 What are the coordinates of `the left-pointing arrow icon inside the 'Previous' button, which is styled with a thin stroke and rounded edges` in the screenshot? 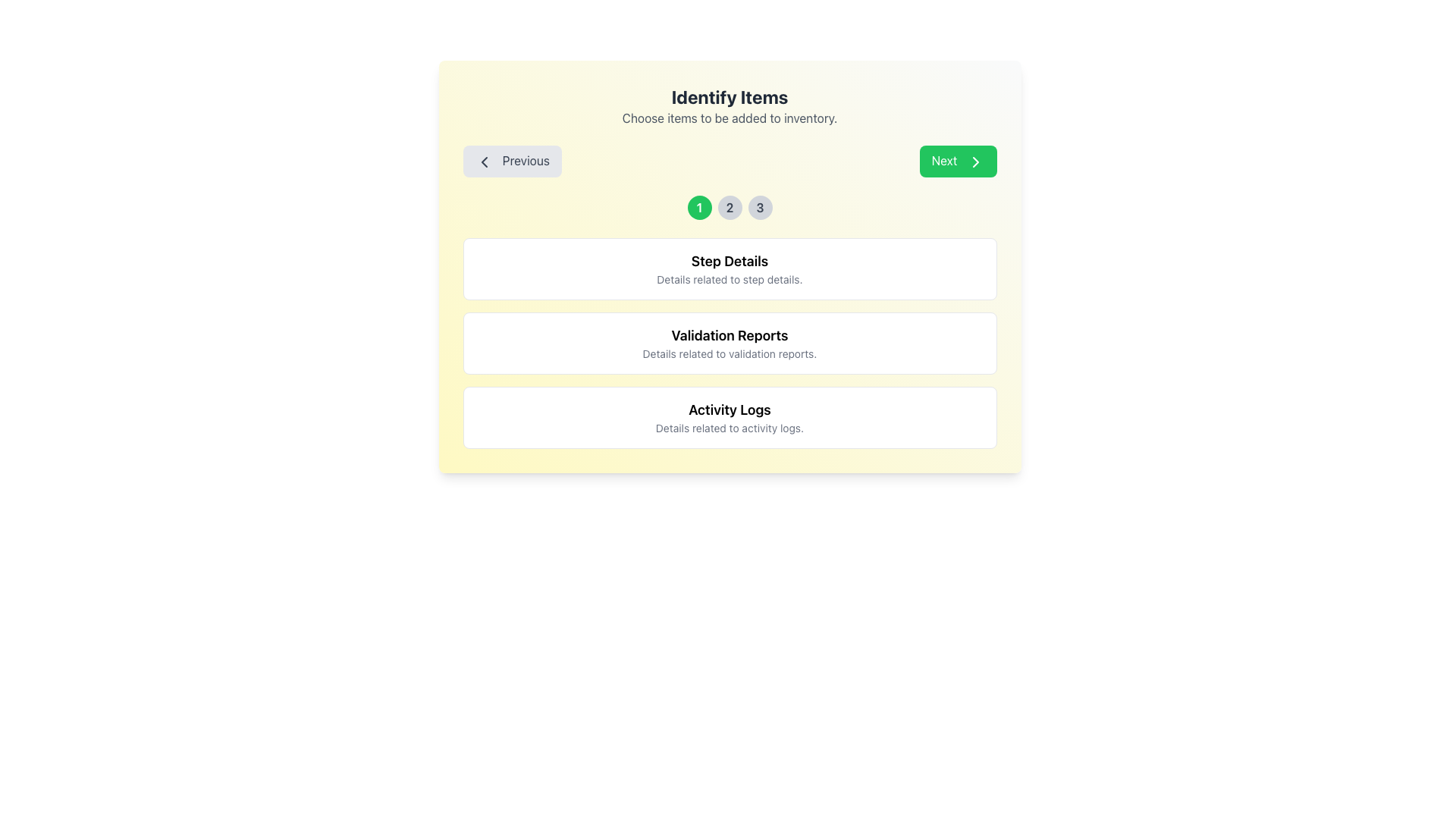 It's located at (483, 162).